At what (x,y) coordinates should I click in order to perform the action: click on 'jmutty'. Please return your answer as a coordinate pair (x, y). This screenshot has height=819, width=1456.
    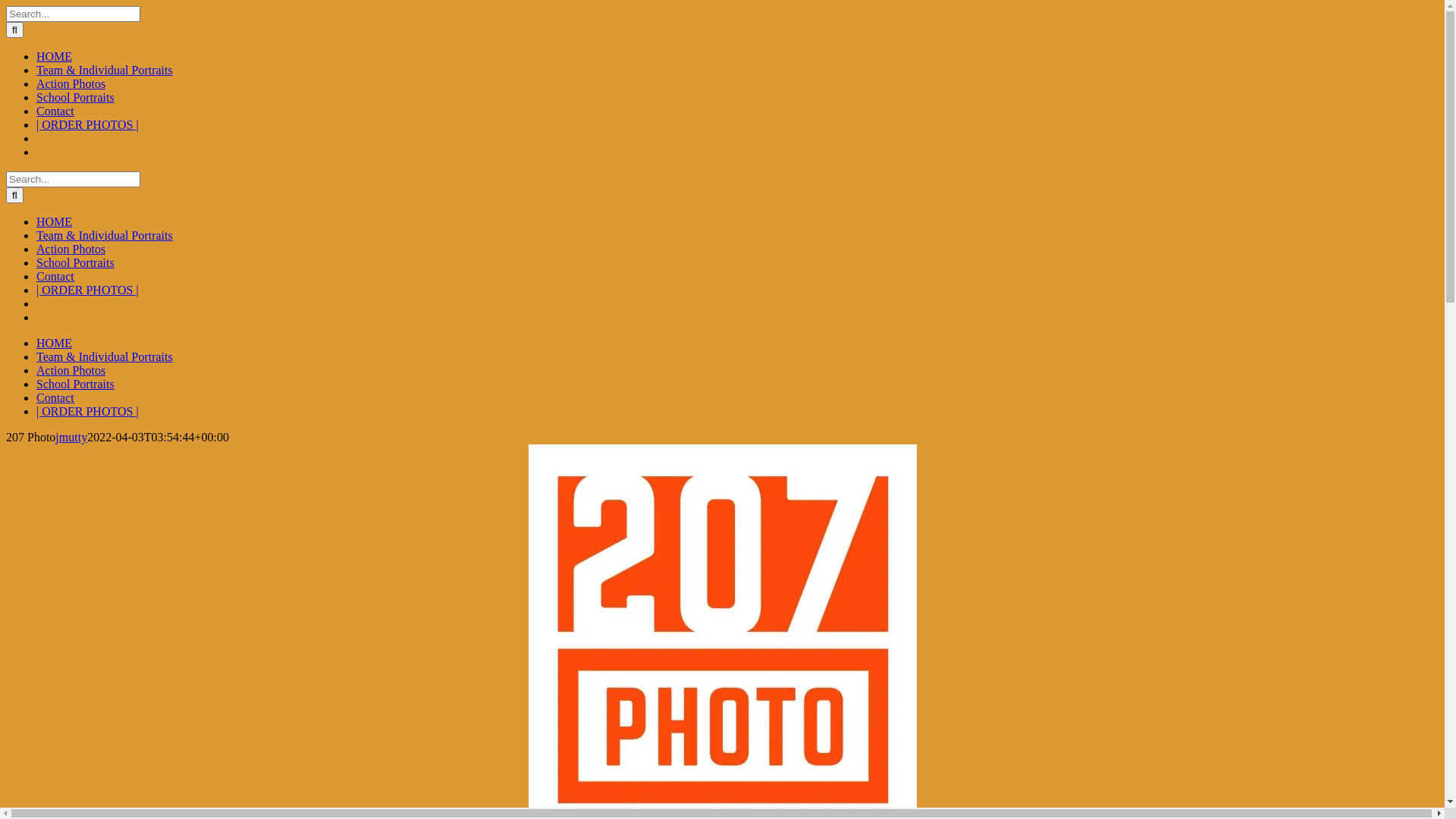
    Looking at the image, I should click on (71, 437).